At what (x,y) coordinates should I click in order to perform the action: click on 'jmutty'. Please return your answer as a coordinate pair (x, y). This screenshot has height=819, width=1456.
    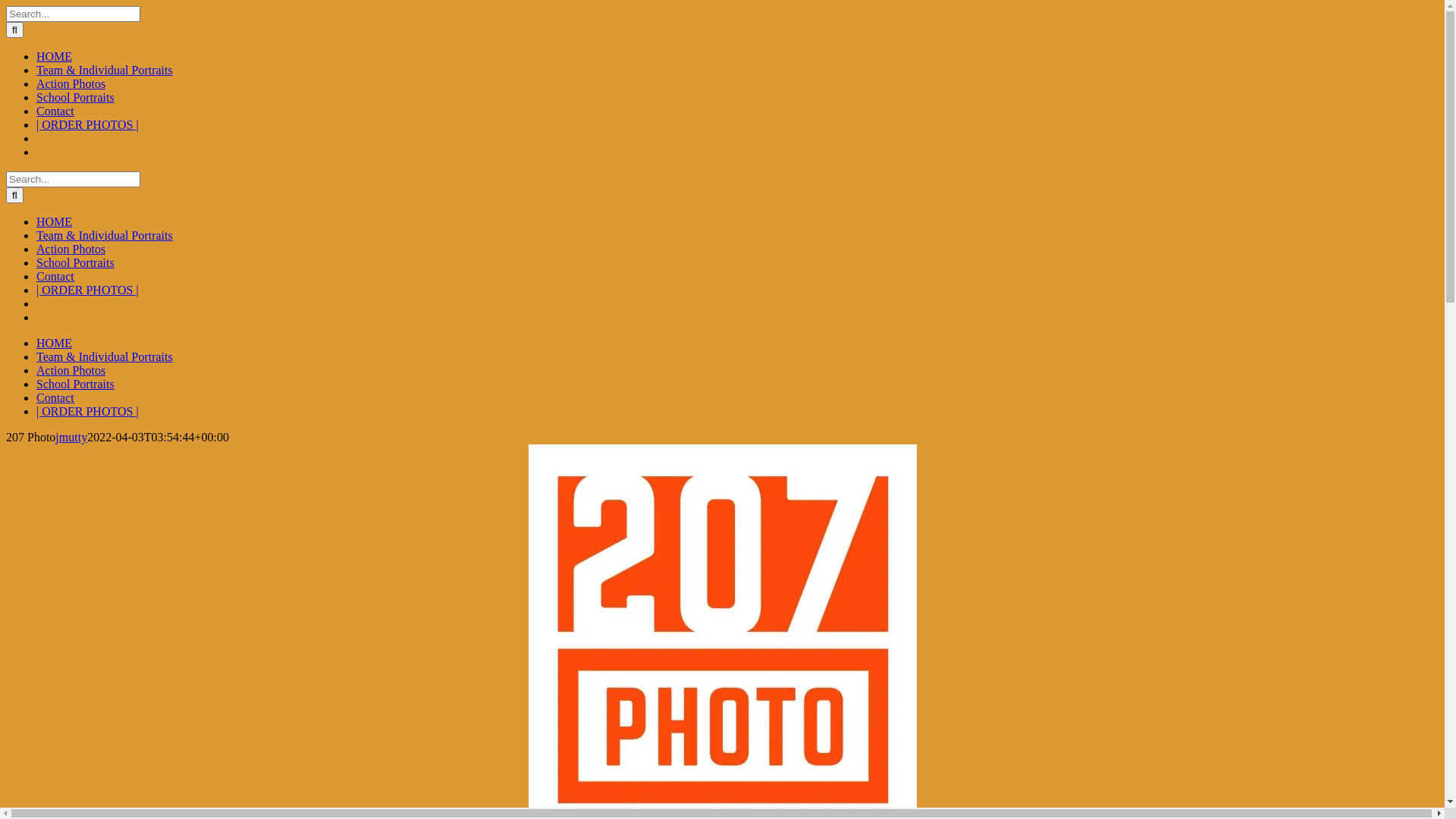
    Looking at the image, I should click on (71, 437).